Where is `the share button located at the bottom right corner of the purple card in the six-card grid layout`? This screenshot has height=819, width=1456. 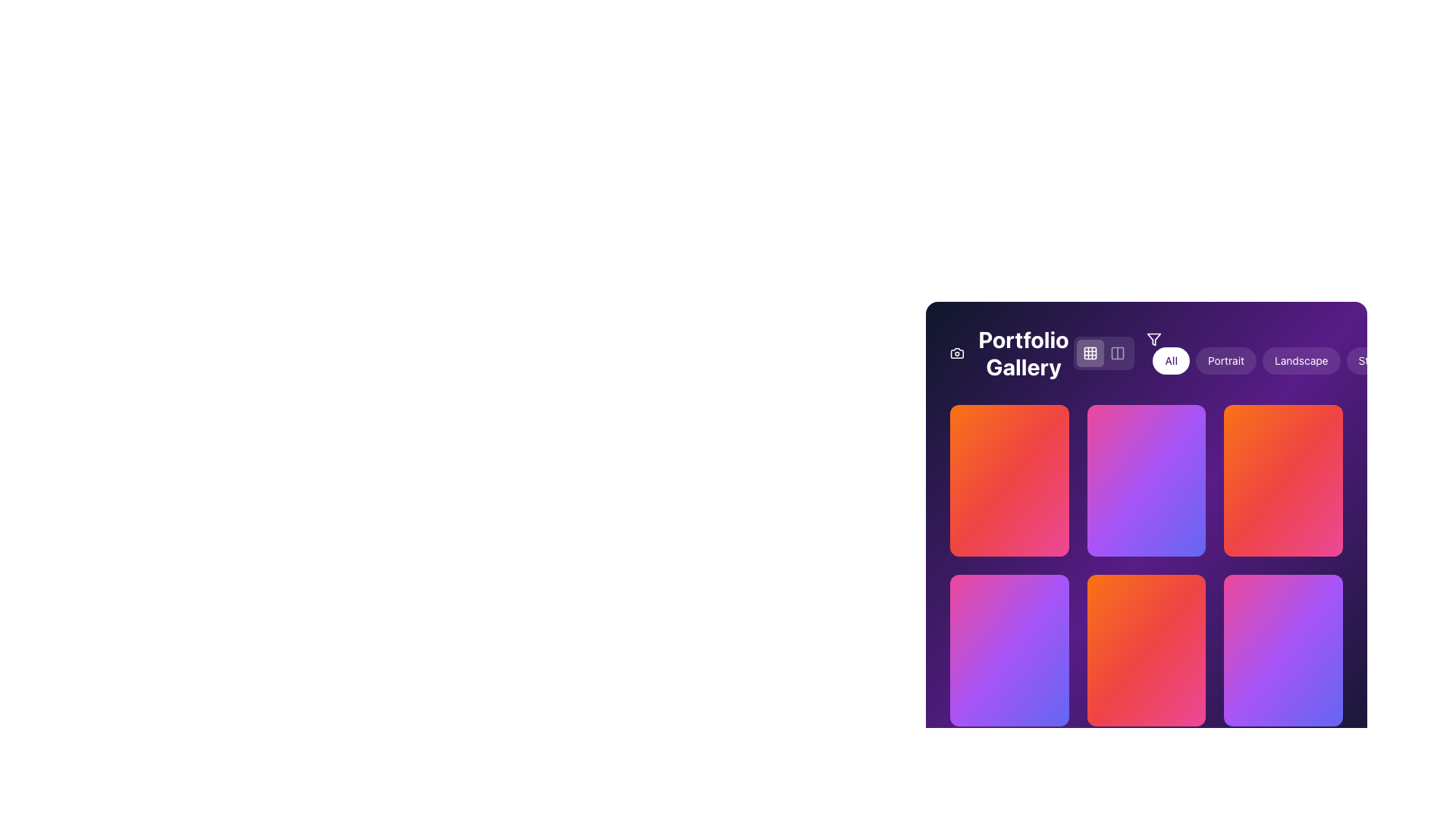 the share button located at the bottom right corner of the purple card in the six-card grid layout is located at coordinates (1335, 701).